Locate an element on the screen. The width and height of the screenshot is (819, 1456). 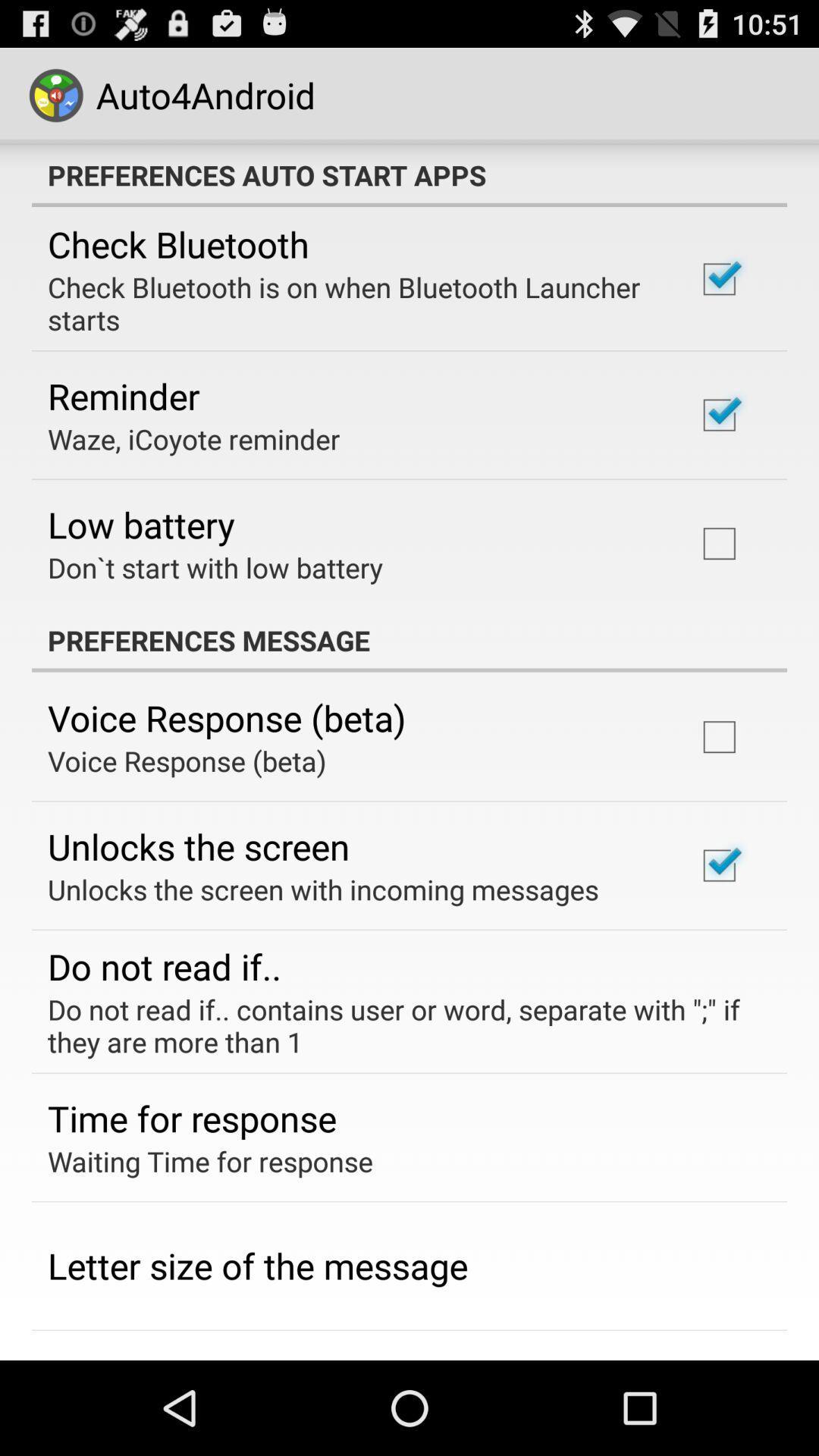
the waze, icoyote reminder is located at coordinates (193, 438).